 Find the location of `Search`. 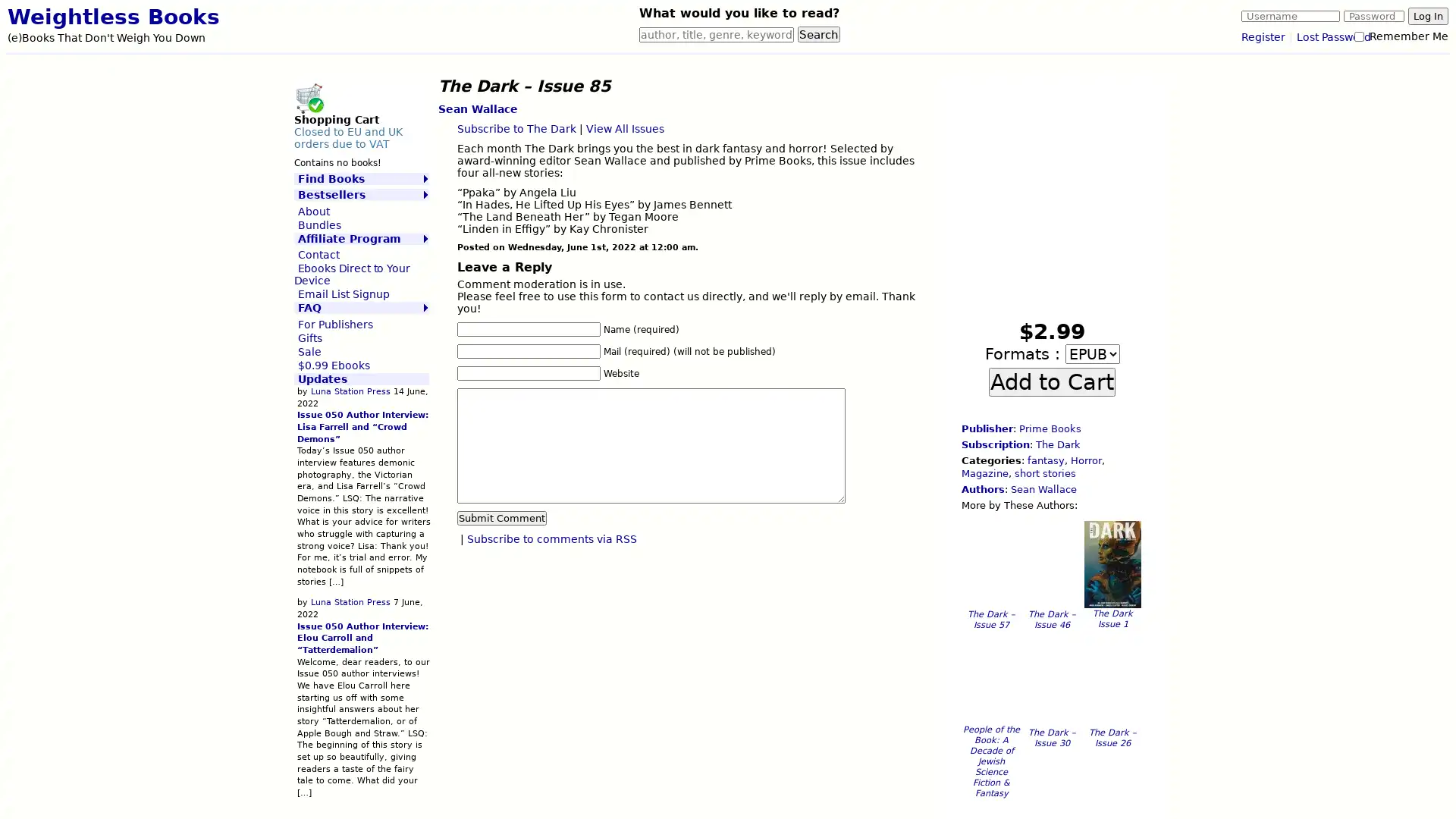

Search is located at coordinates (818, 34).